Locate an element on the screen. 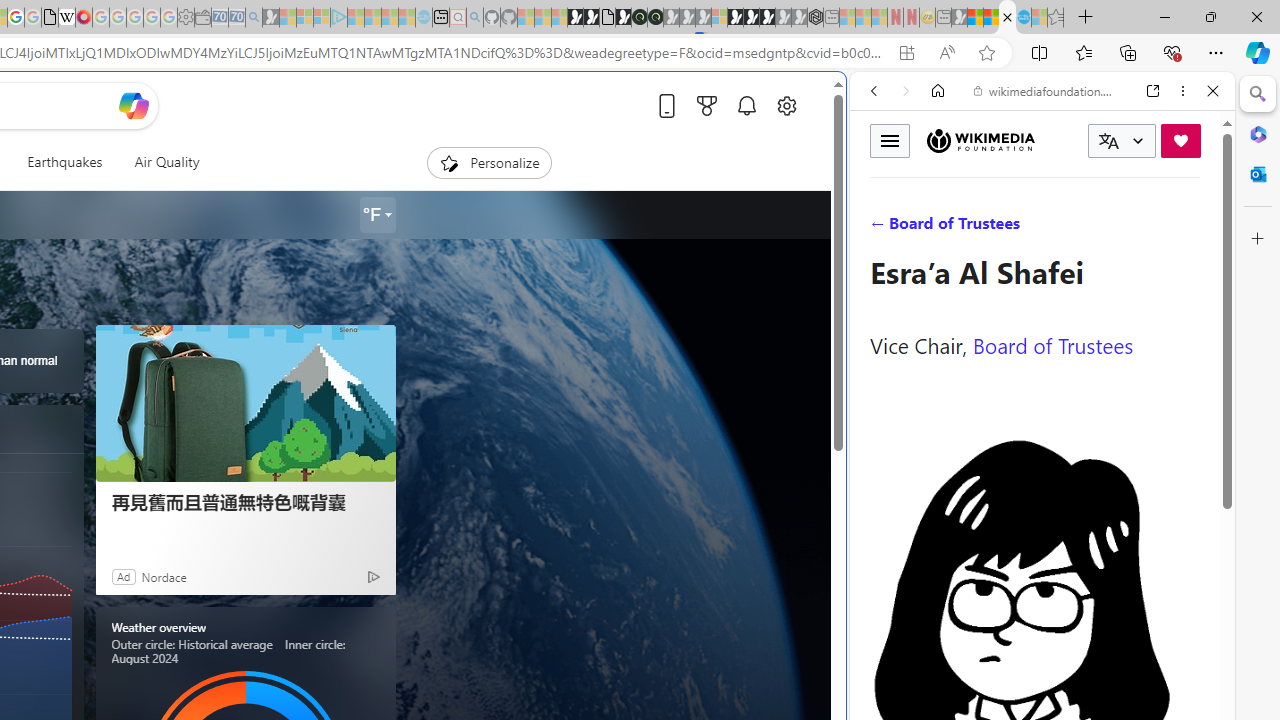  'MediaWiki' is located at coordinates (82, 17).